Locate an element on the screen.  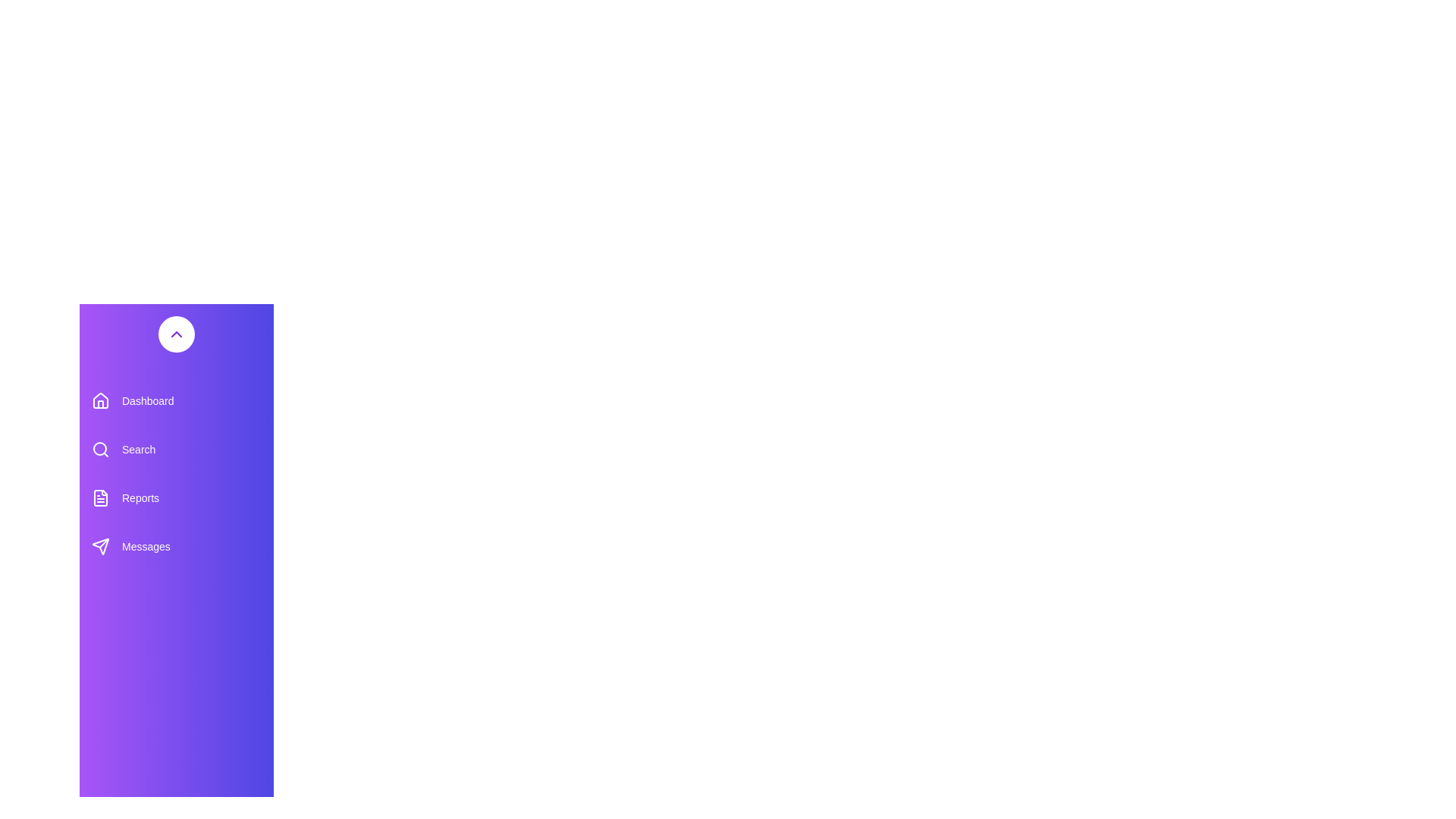
the 'Search' button in the navigation menu is located at coordinates (177, 449).